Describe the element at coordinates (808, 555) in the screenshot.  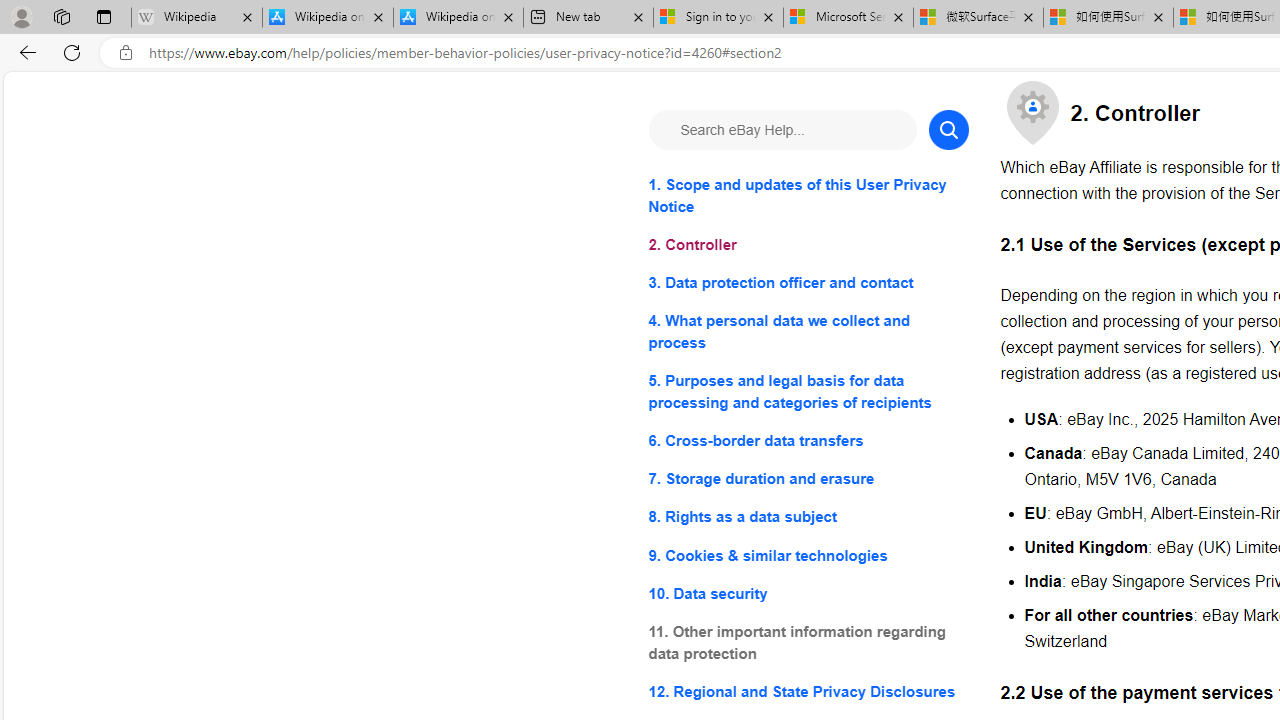
I see `'9. Cookies & similar technologies'` at that location.